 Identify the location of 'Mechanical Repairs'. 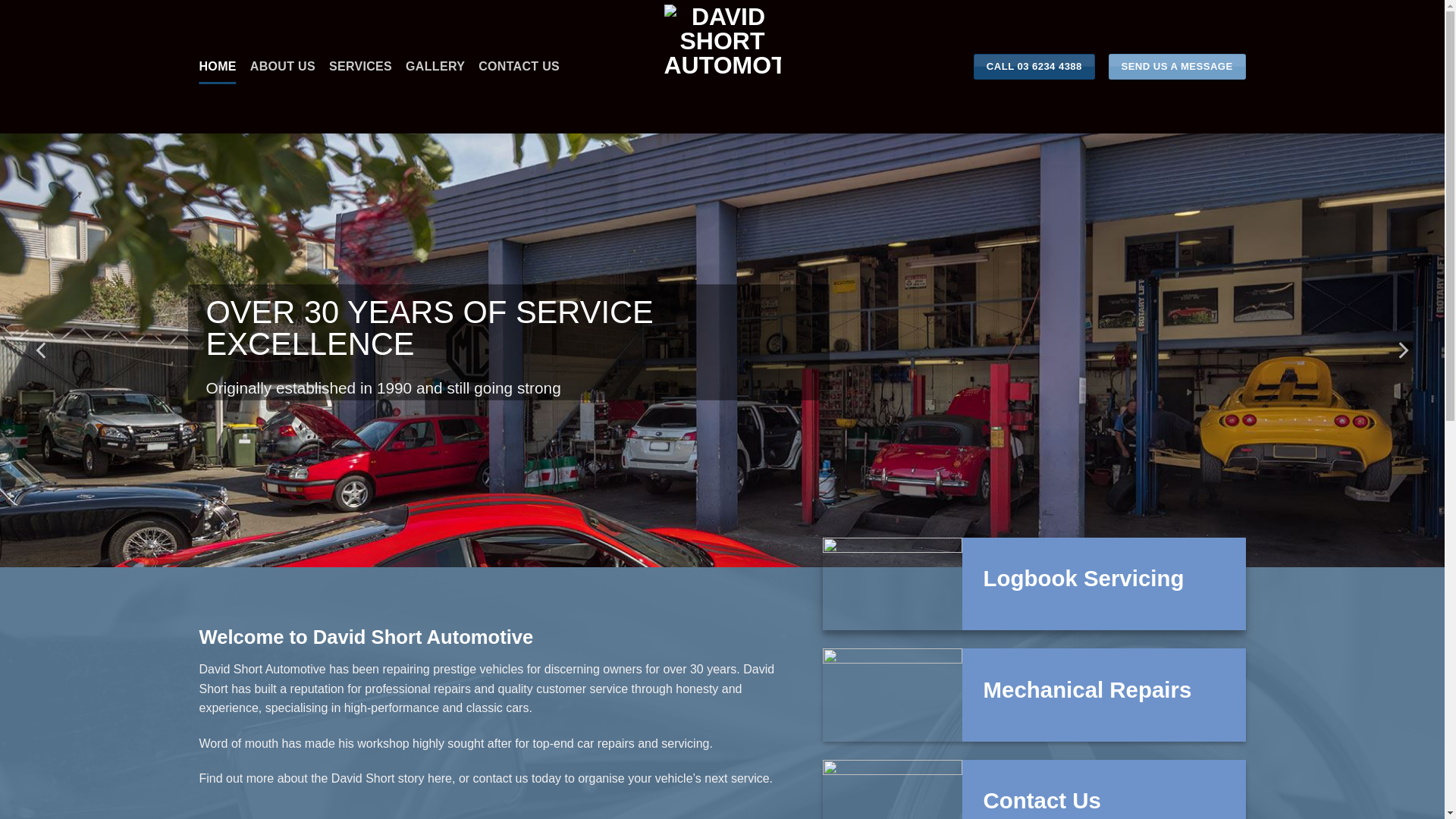
(1087, 690).